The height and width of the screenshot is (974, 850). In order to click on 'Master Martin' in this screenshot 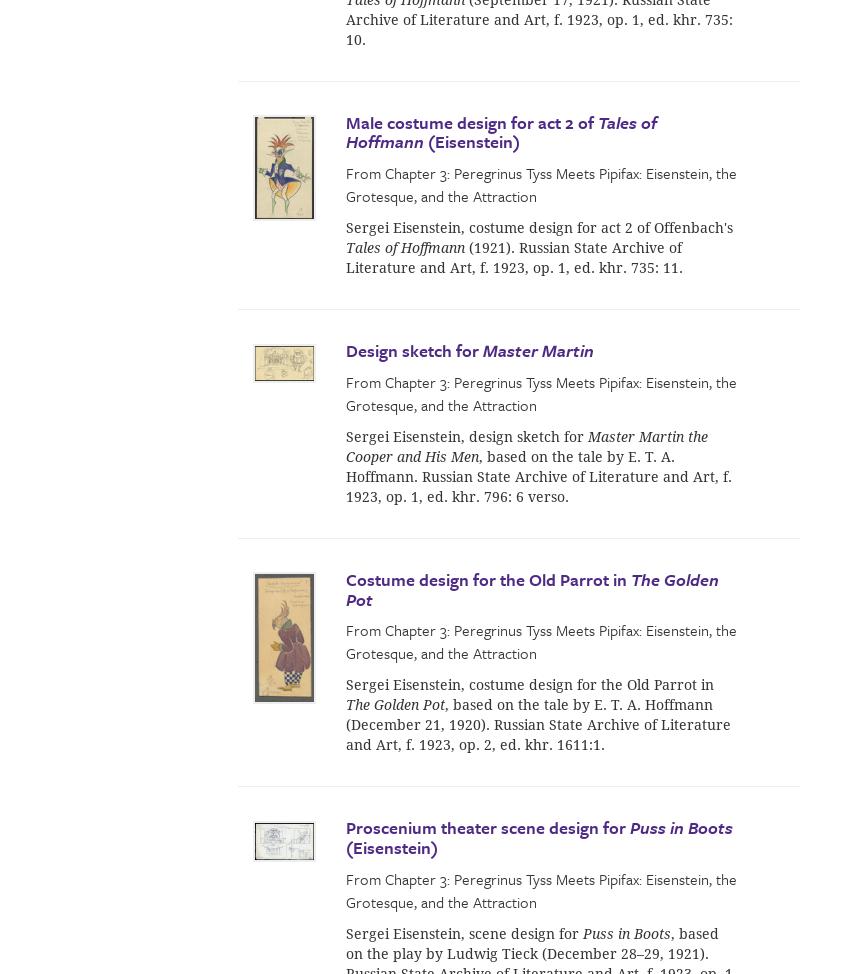, I will do `click(537, 350)`.